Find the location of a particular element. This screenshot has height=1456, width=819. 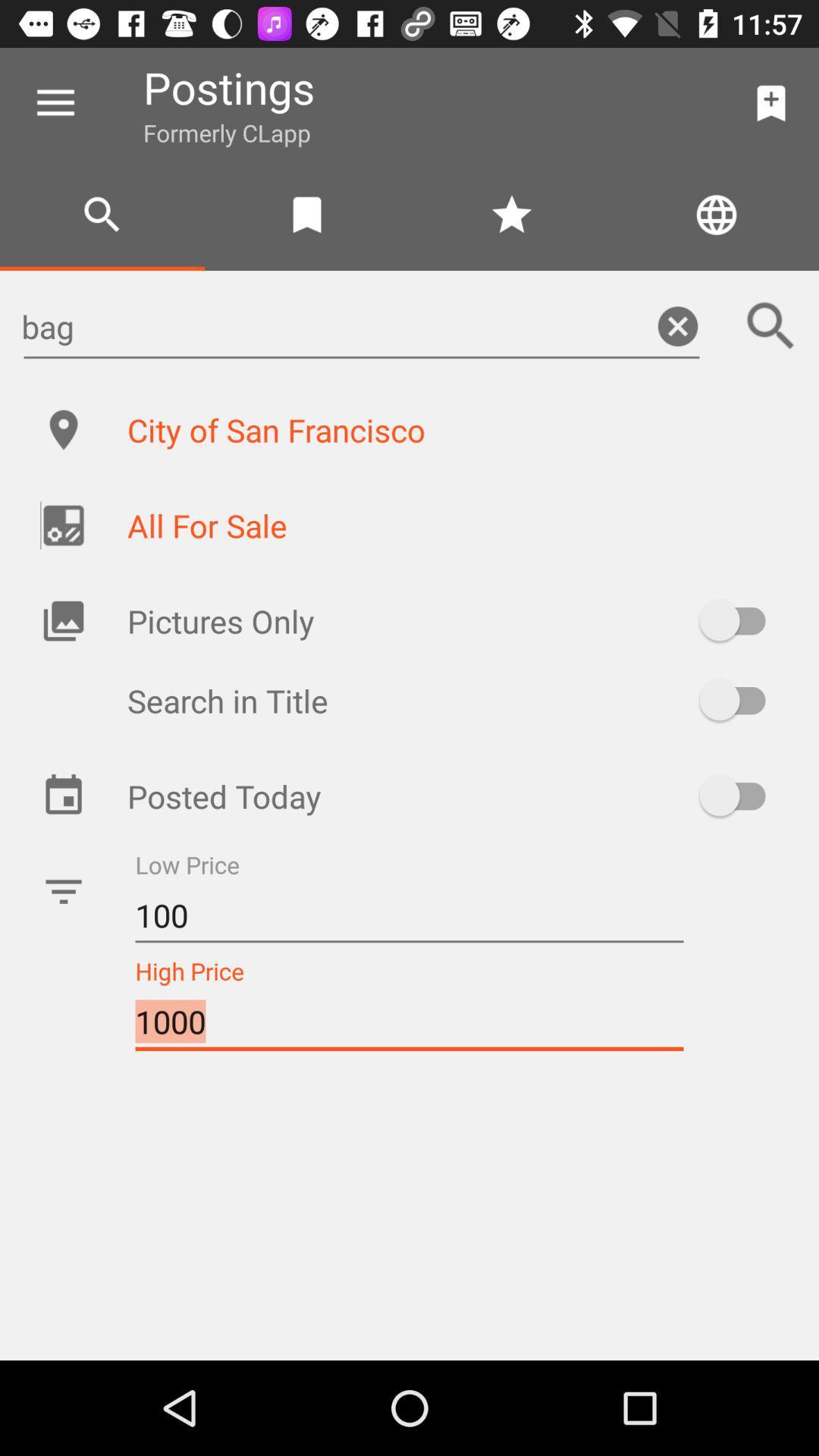

icon above the all for sale item is located at coordinates (456, 428).